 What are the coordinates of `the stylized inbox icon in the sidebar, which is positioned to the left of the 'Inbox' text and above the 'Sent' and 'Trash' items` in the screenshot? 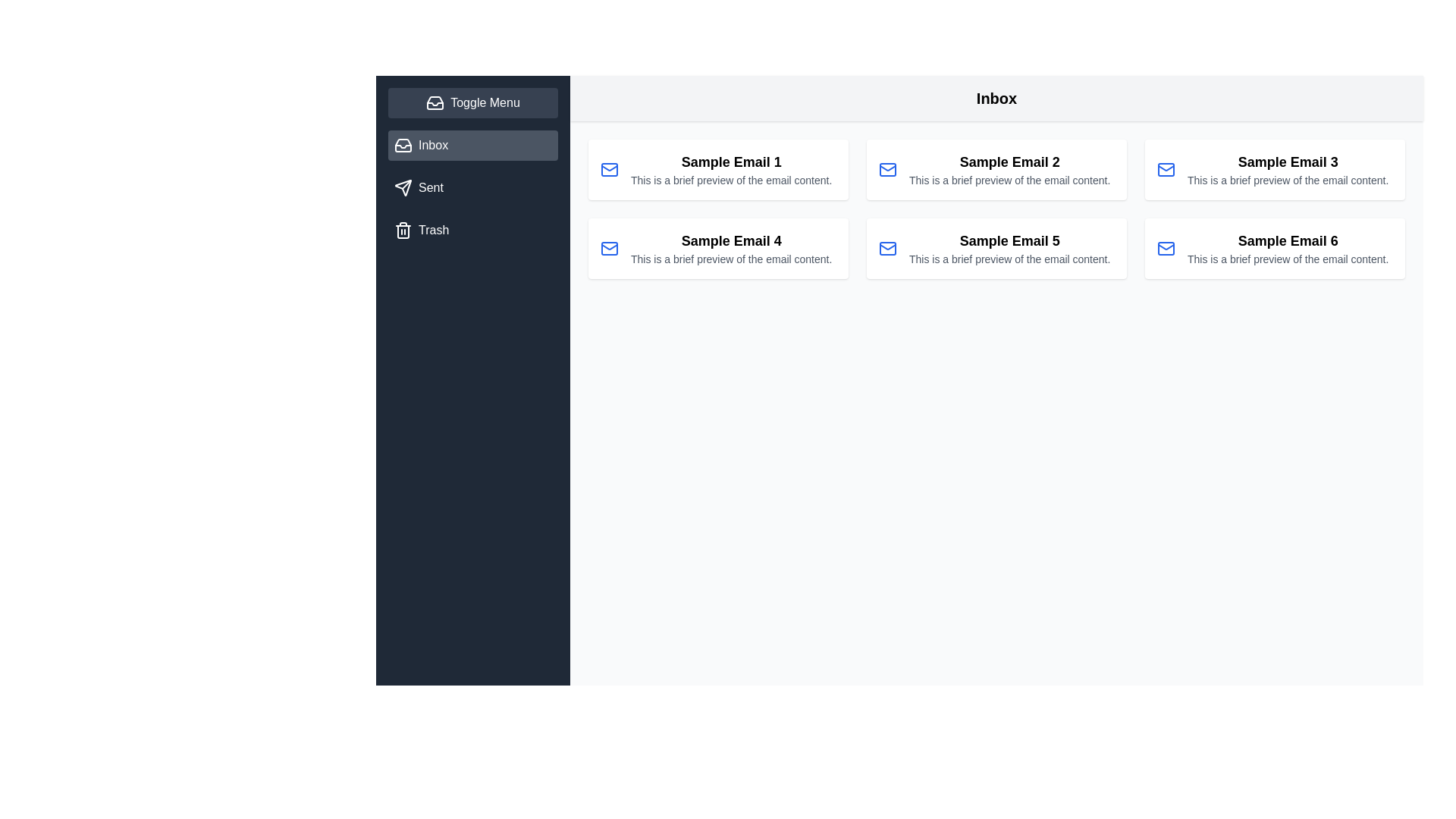 It's located at (403, 146).